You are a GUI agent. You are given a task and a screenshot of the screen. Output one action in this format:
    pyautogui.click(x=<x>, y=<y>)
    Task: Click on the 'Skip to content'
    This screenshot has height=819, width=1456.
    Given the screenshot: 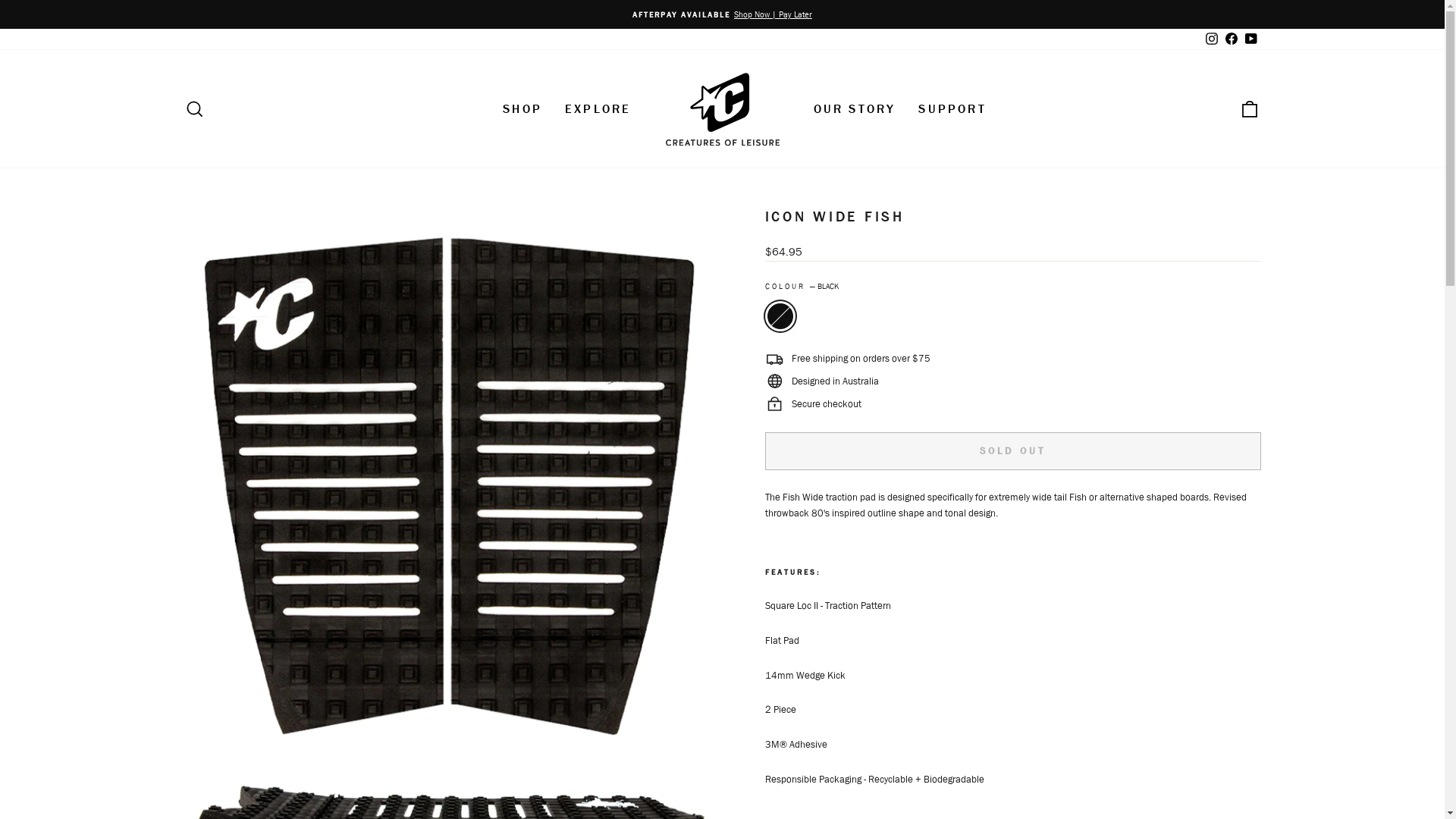 What is the action you would take?
    pyautogui.click(x=0, y=0)
    